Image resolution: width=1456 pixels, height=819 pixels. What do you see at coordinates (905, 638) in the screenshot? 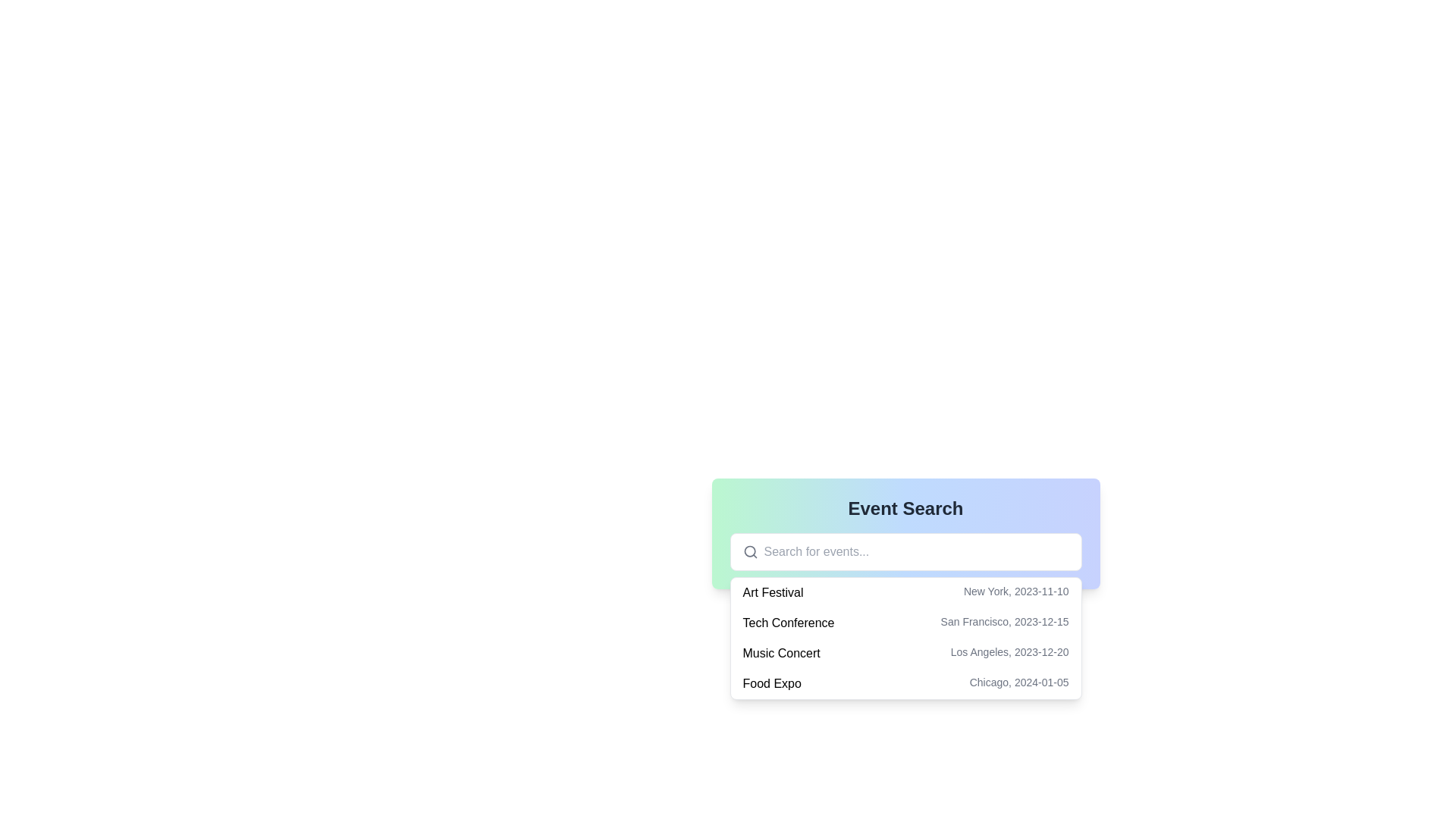
I see `the dropdown menu used for selecting events, located beneath the search input field in the 'Event Search' section of the page` at bounding box center [905, 638].